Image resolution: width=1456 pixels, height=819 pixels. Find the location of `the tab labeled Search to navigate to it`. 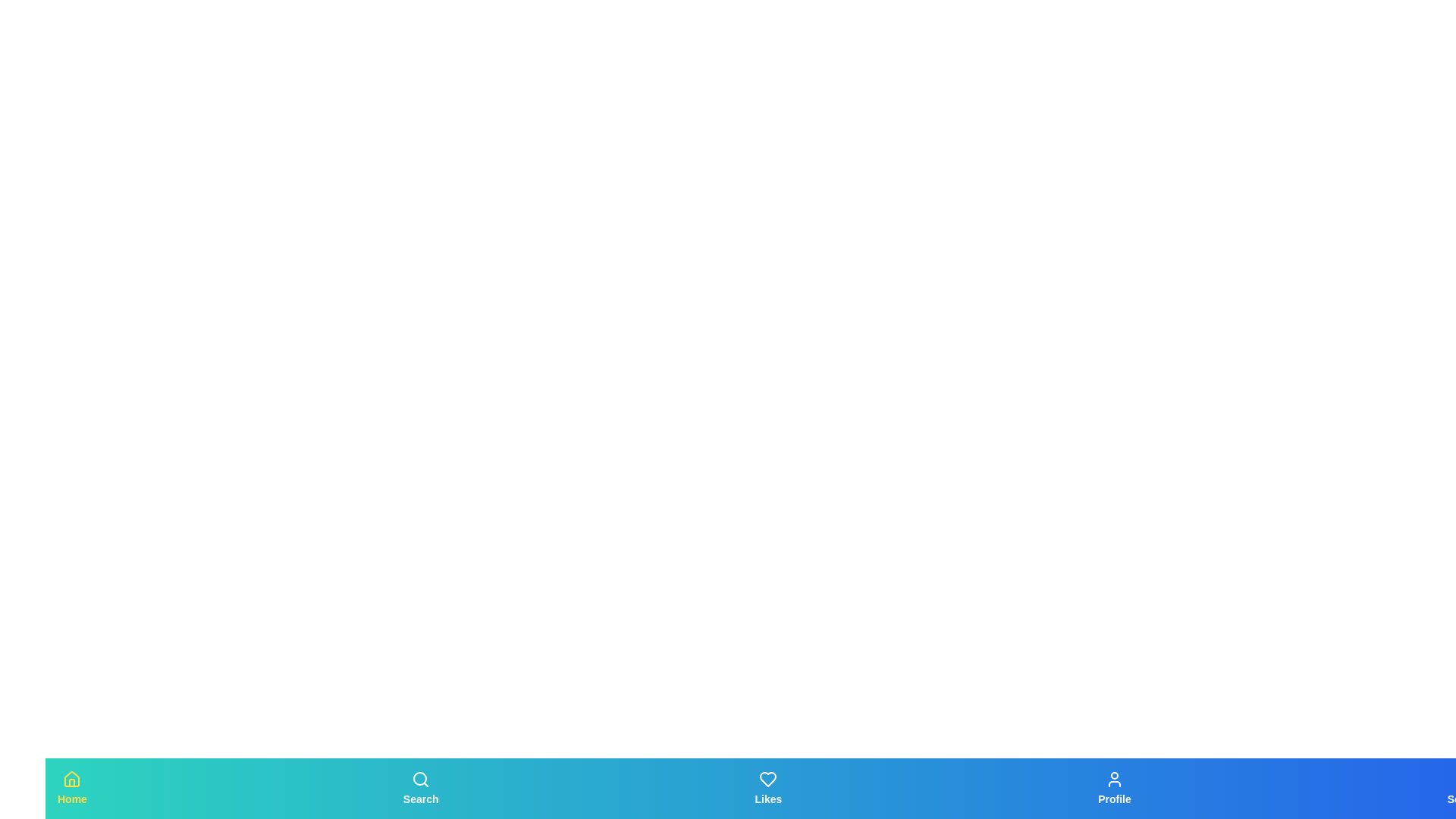

the tab labeled Search to navigate to it is located at coordinates (421, 788).